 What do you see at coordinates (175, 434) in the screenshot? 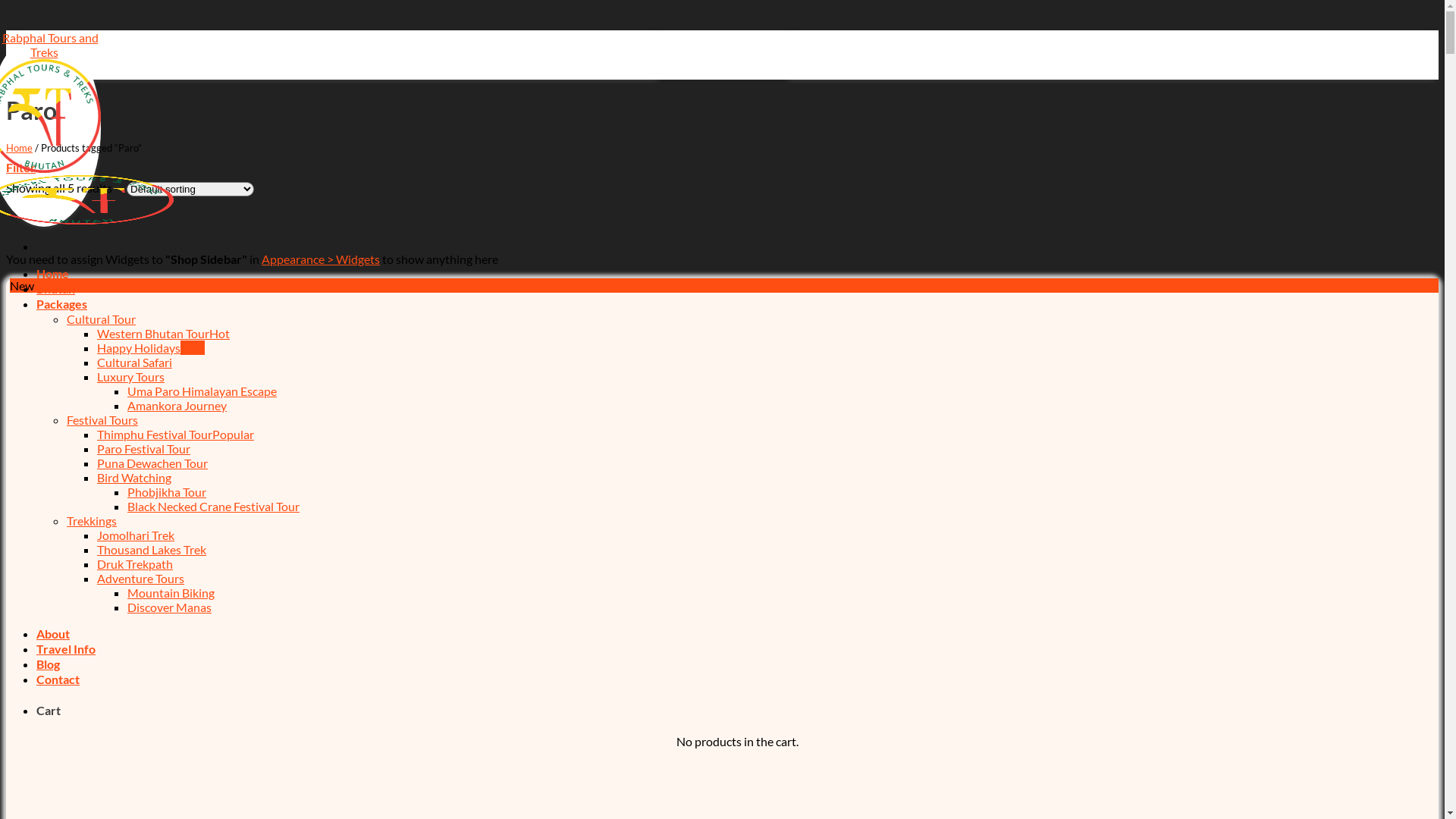
I see `'Thimphu Festival Tour'` at bounding box center [175, 434].